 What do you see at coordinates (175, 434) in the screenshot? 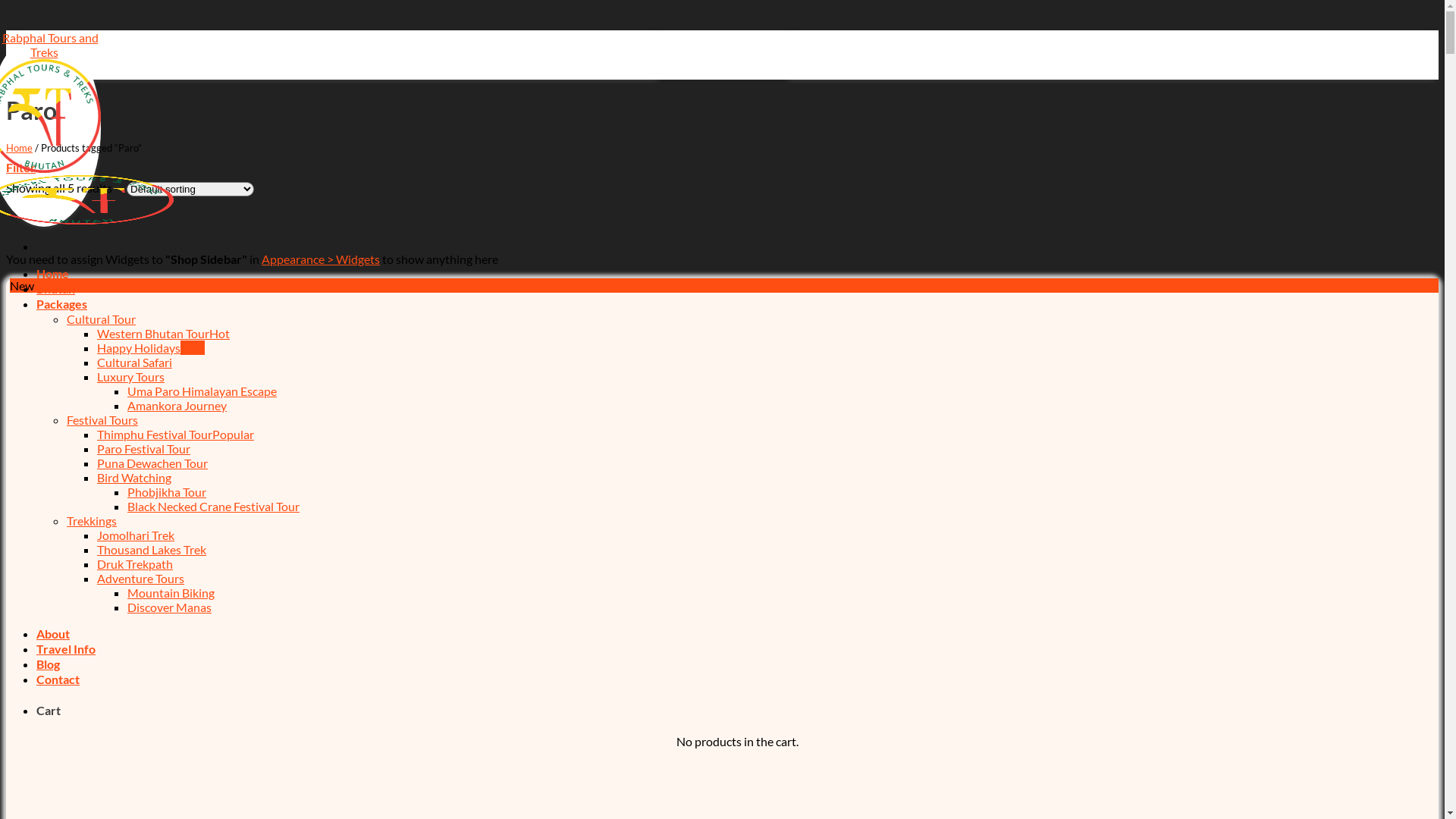
I see `'Thimphu Festival Tour'` at bounding box center [175, 434].